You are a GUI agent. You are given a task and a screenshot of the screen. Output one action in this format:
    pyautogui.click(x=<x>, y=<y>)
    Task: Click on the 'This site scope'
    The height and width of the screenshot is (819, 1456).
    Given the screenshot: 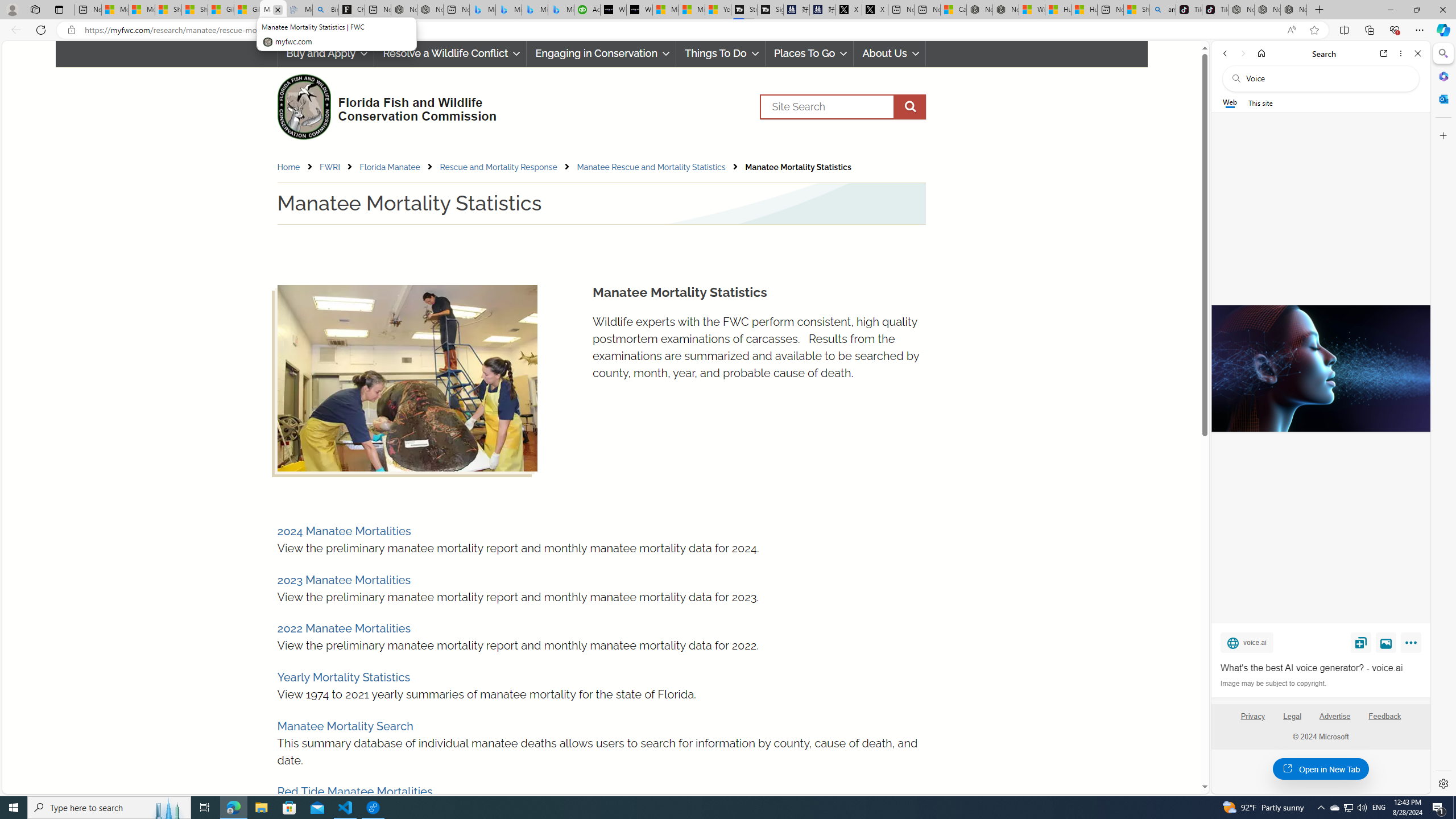 What is the action you would take?
    pyautogui.click(x=1259, y=102)
    